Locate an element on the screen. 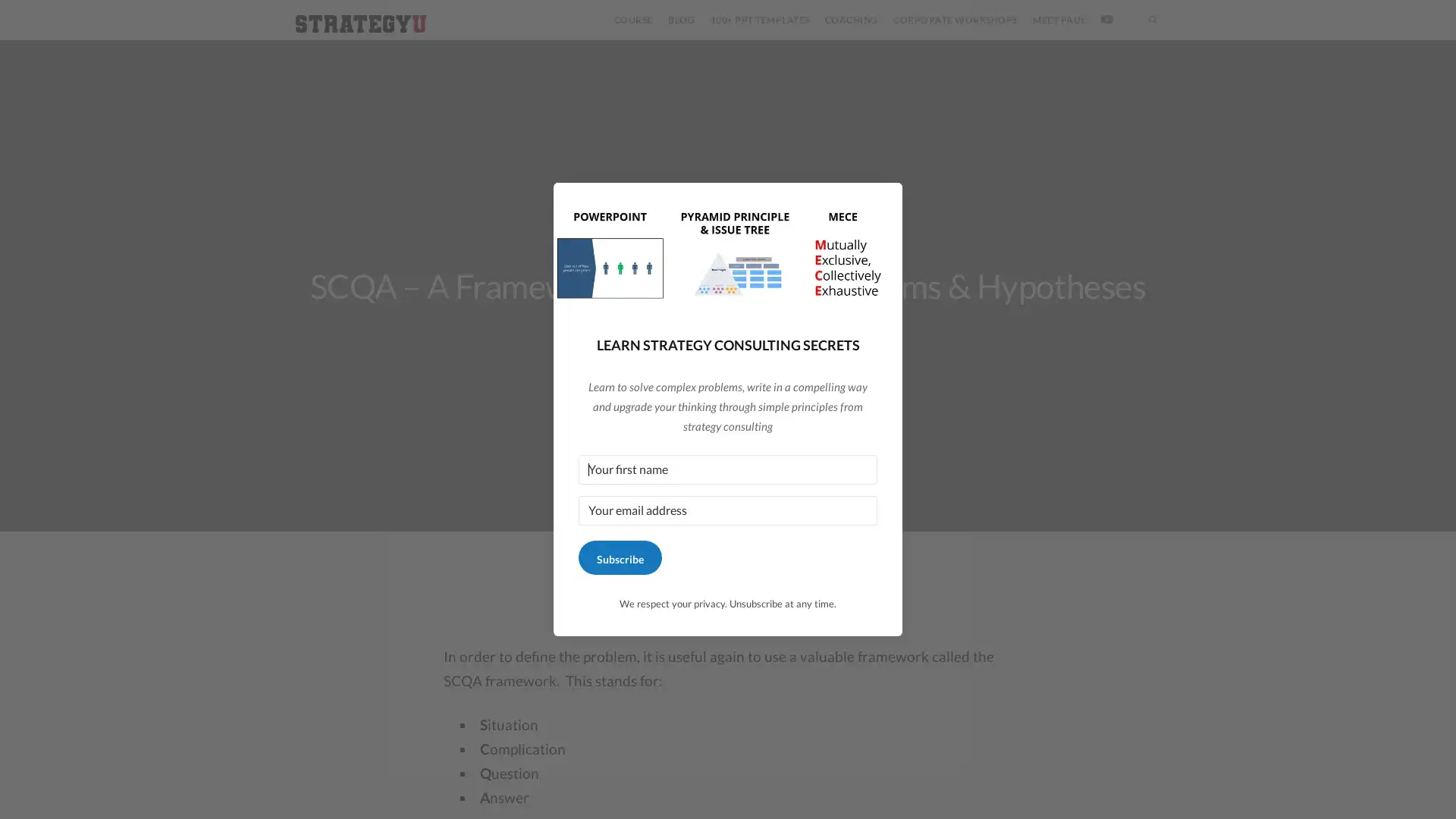 This screenshot has height=819, width=1456. Close is located at coordinates (884, 211).